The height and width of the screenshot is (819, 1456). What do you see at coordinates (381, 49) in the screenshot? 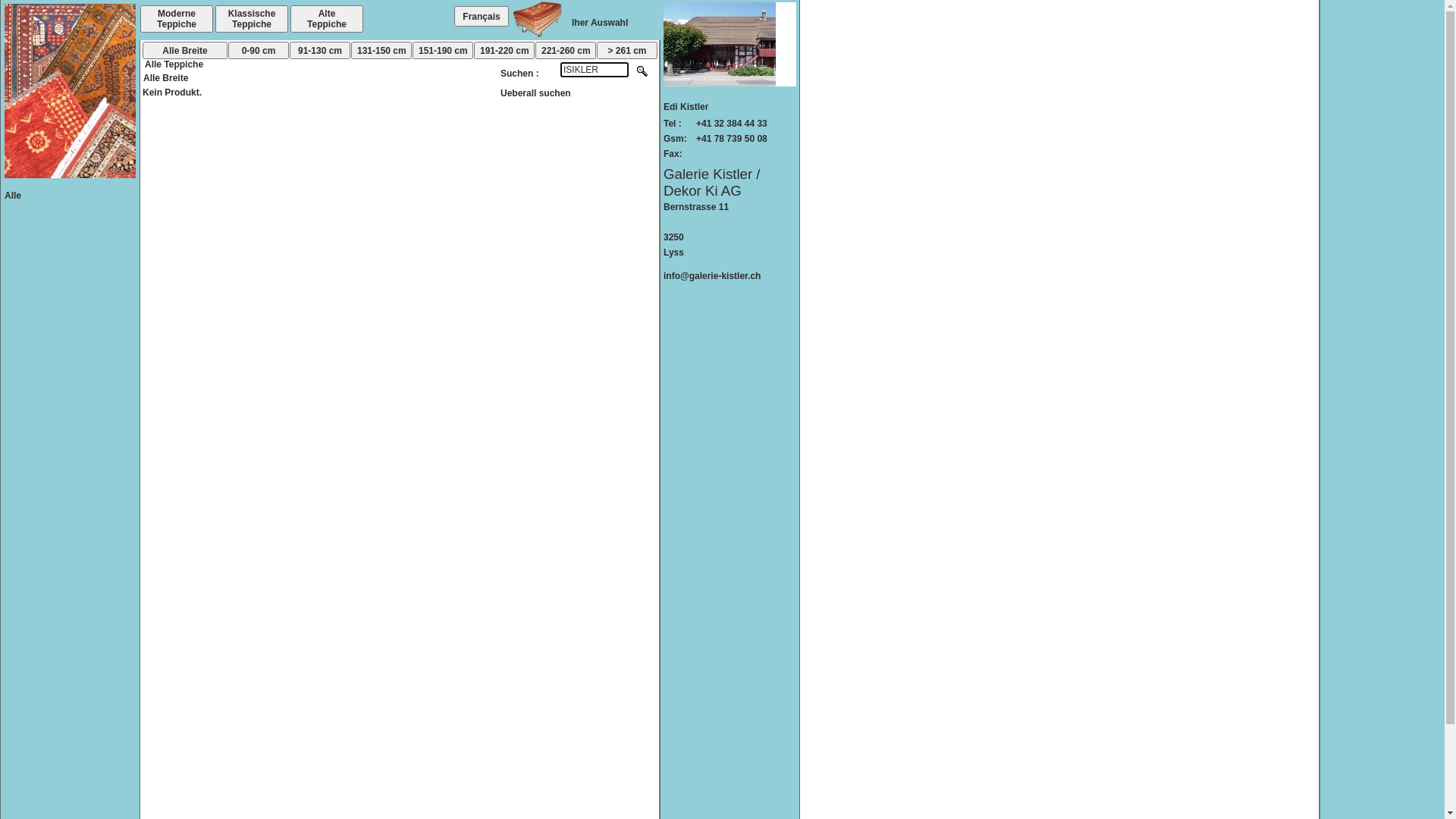
I see `'131-150 cm'` at bounding box center [381, 49].